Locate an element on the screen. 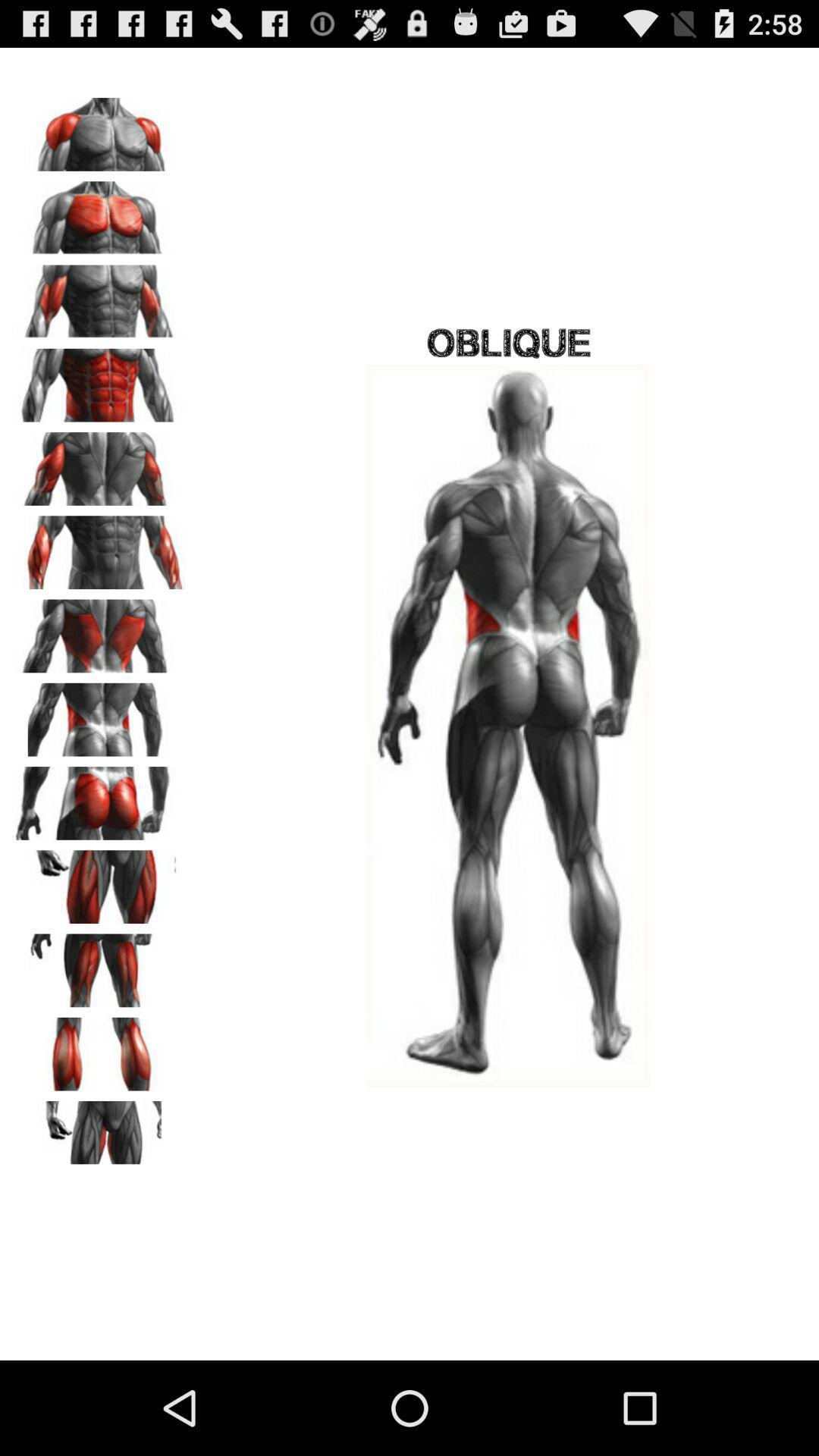 The width and height of the screenshot is (819, 1456). see in easy is located at coordinates (99, 546).